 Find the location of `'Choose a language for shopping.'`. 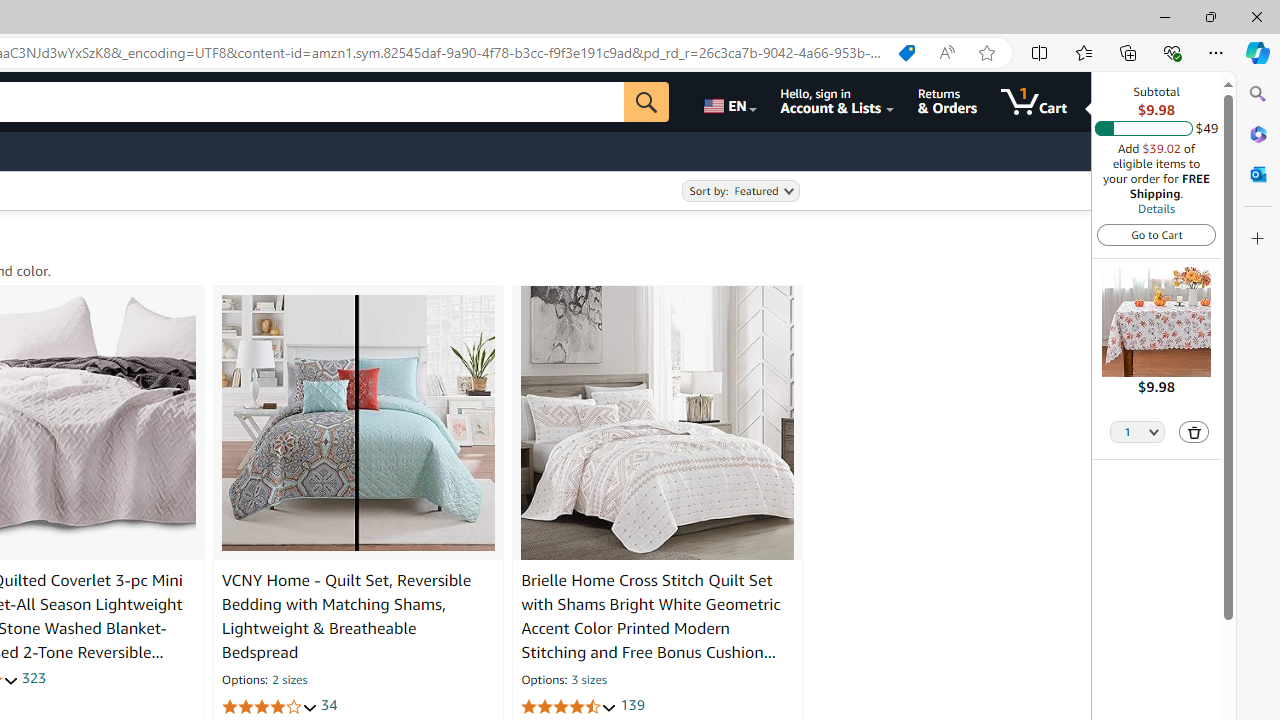

'Choose a language for shopping.' is located at coordinates (727, 101).